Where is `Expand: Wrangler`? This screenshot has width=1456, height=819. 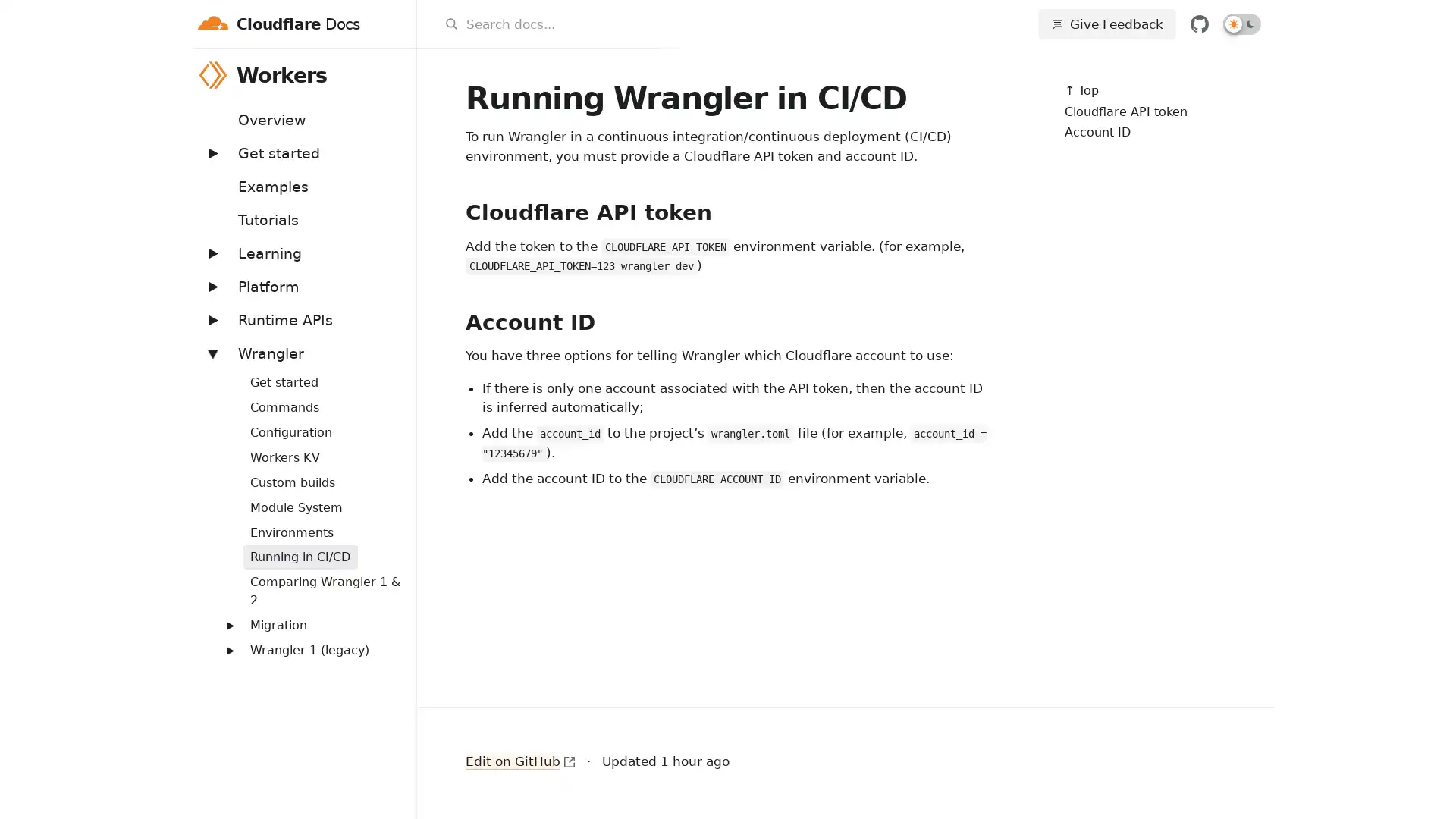
Expand: Wrangler is located at coordinates (211, 353).